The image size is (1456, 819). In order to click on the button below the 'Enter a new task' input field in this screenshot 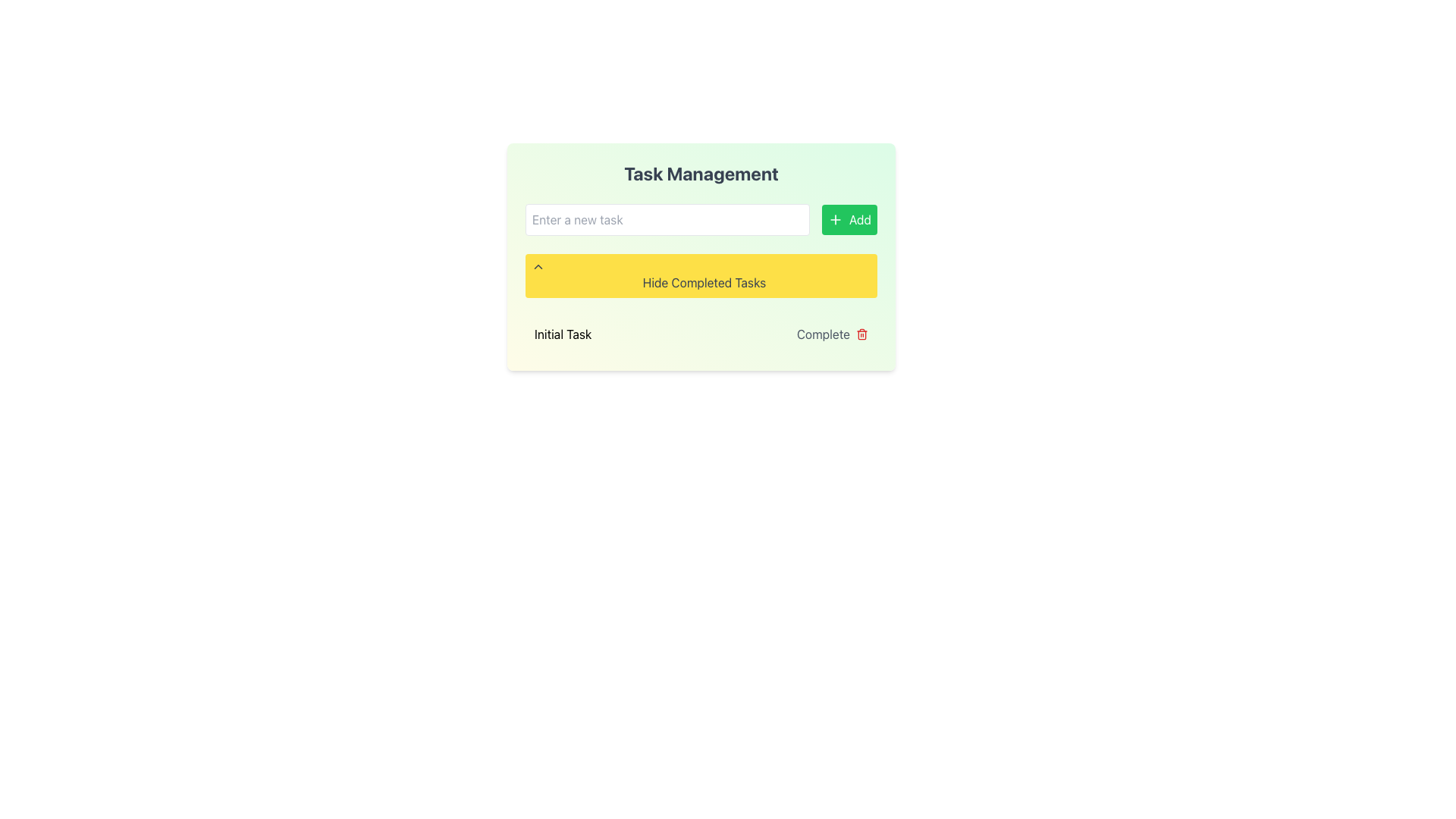, I will do `click(701, 275)`.